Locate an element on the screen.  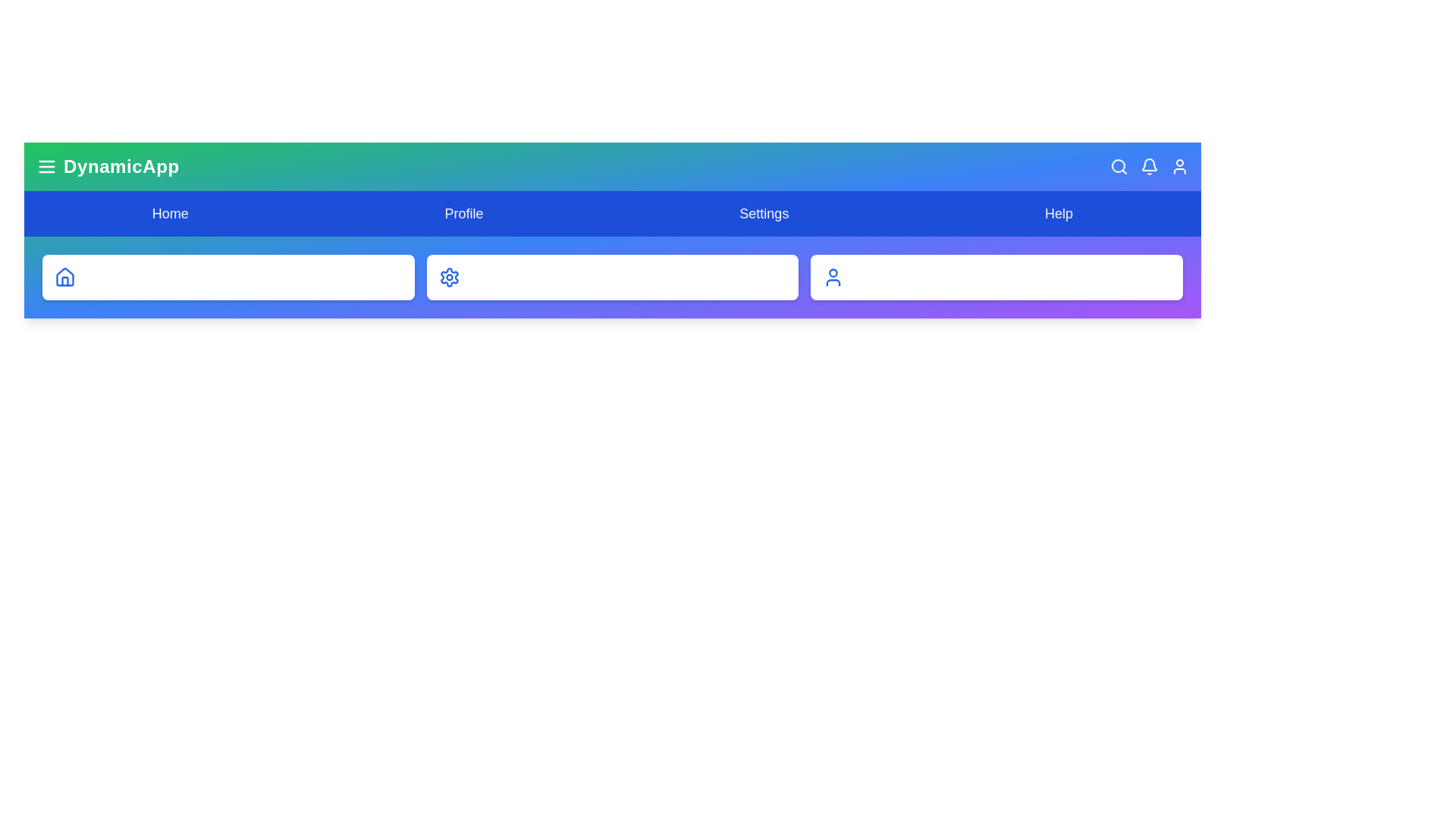
the Help navigation item to navigate to the corresponding section is located at coordinates (1058, 213).